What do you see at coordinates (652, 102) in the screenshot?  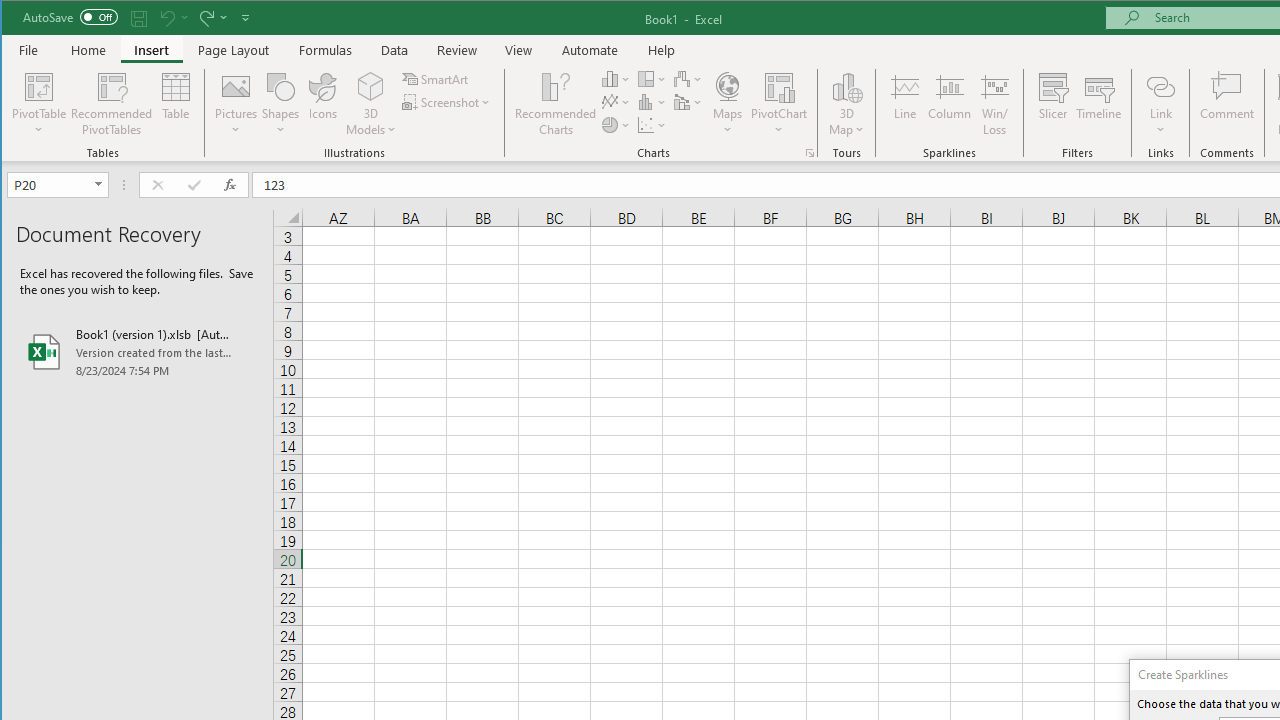 I see `'Insert Statistic Chart'` at bounding box center [652, 102].